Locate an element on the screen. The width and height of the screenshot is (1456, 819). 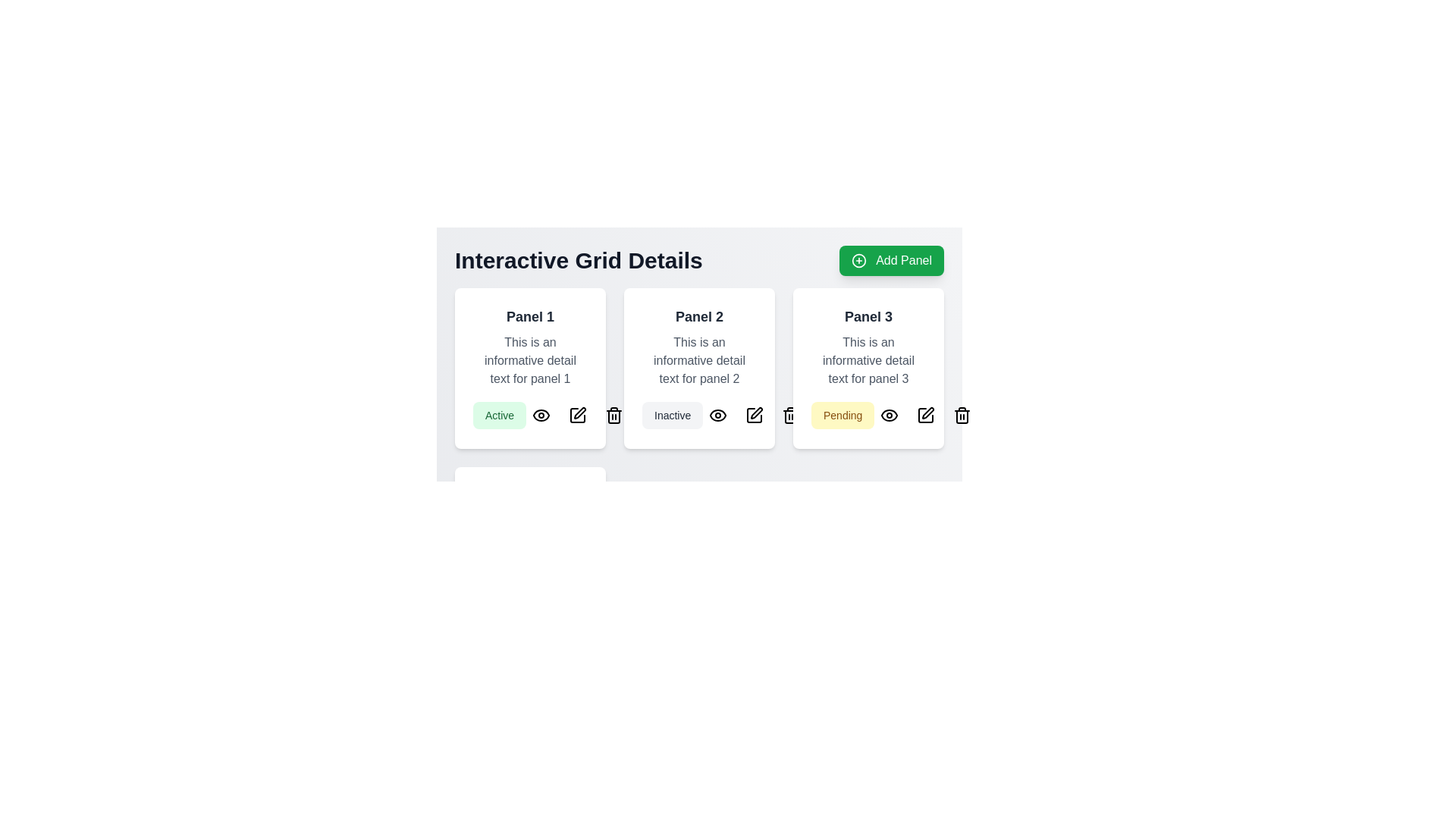
the eye icon button located at the bottom of 'Panel 3' is located at coordinates (890, 415).